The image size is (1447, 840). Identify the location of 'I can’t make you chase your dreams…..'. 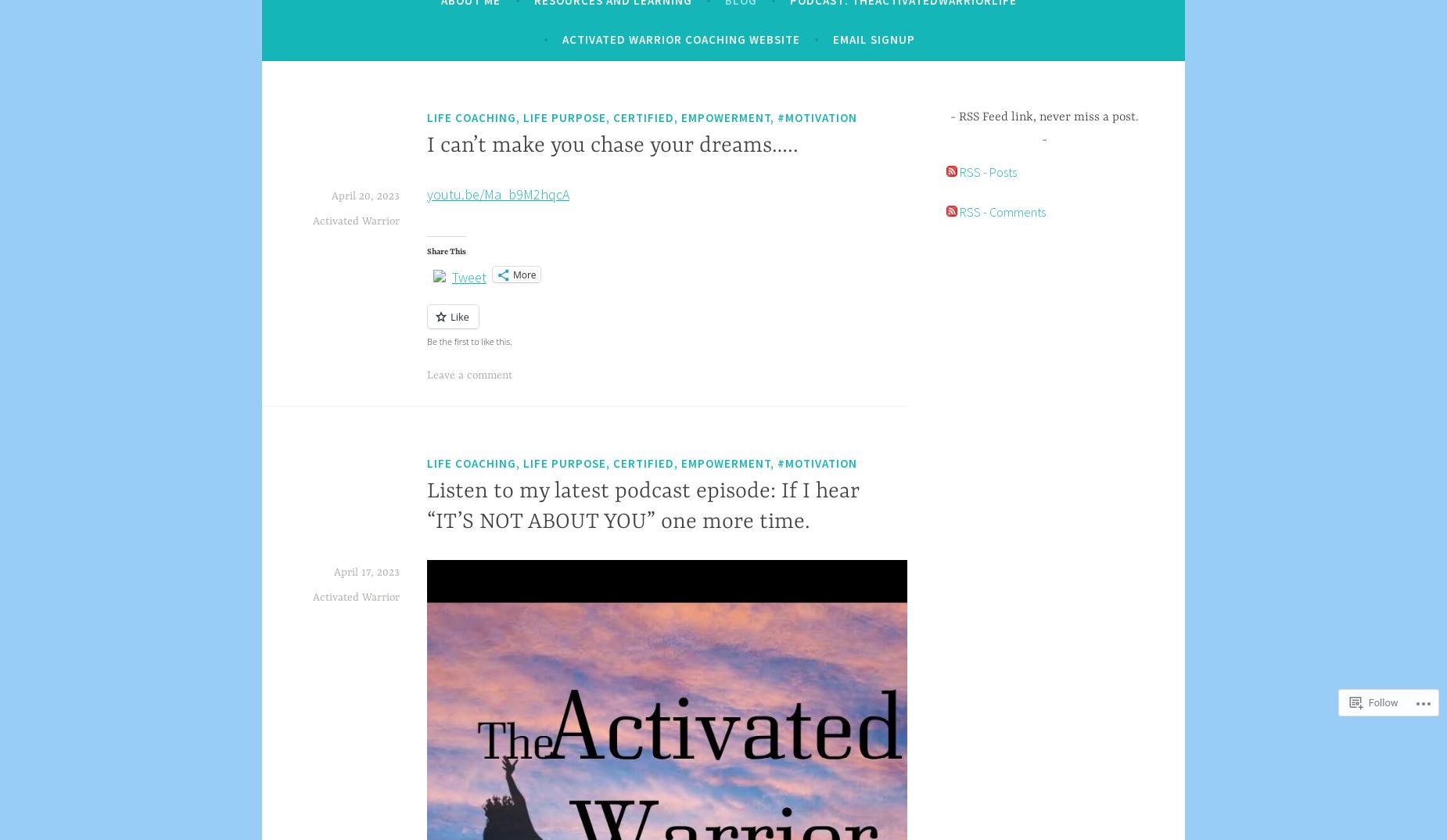
(426, 145).